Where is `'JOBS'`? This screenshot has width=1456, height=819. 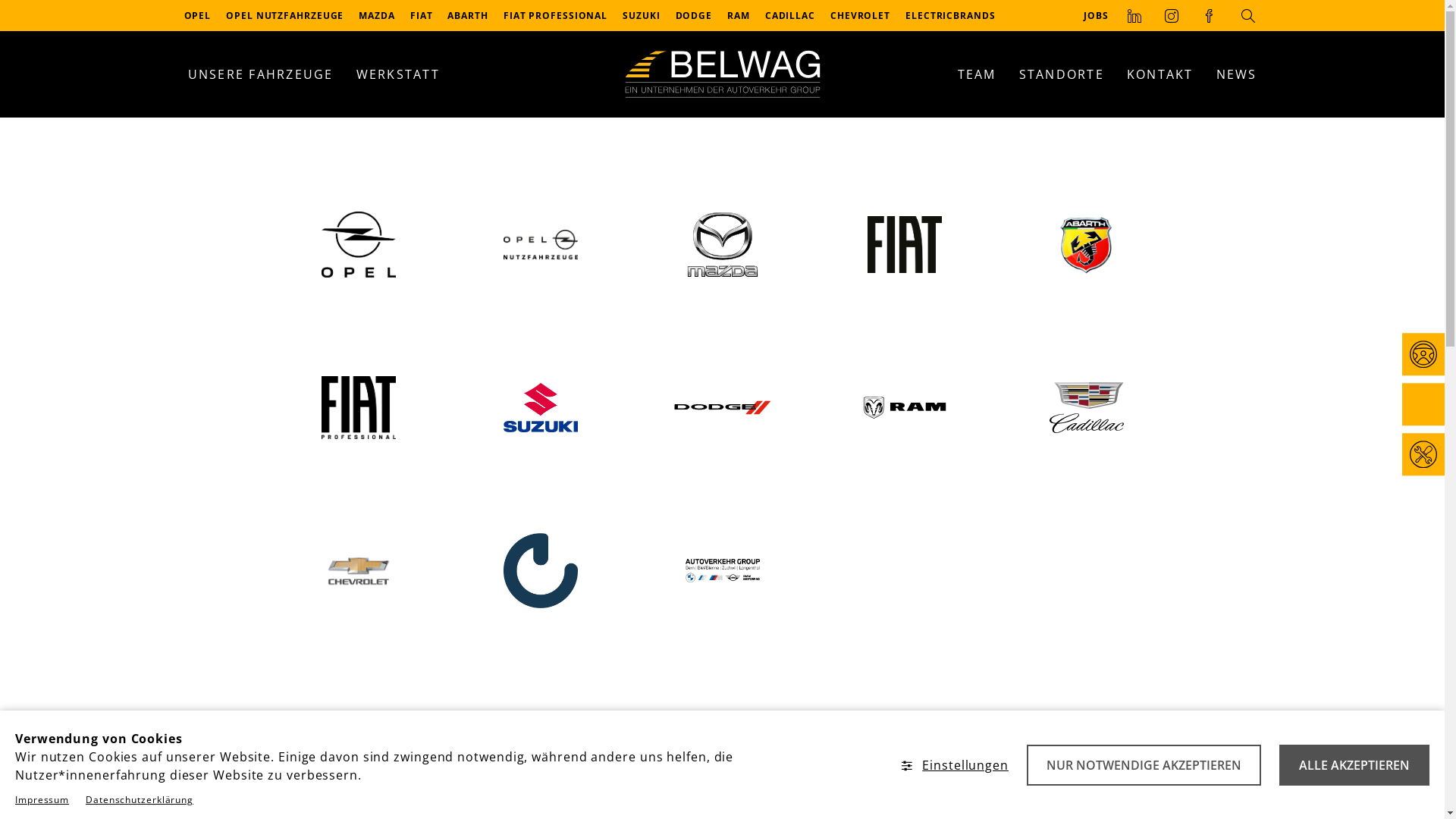 'JOBS' is located at coordinates (1096, 14).